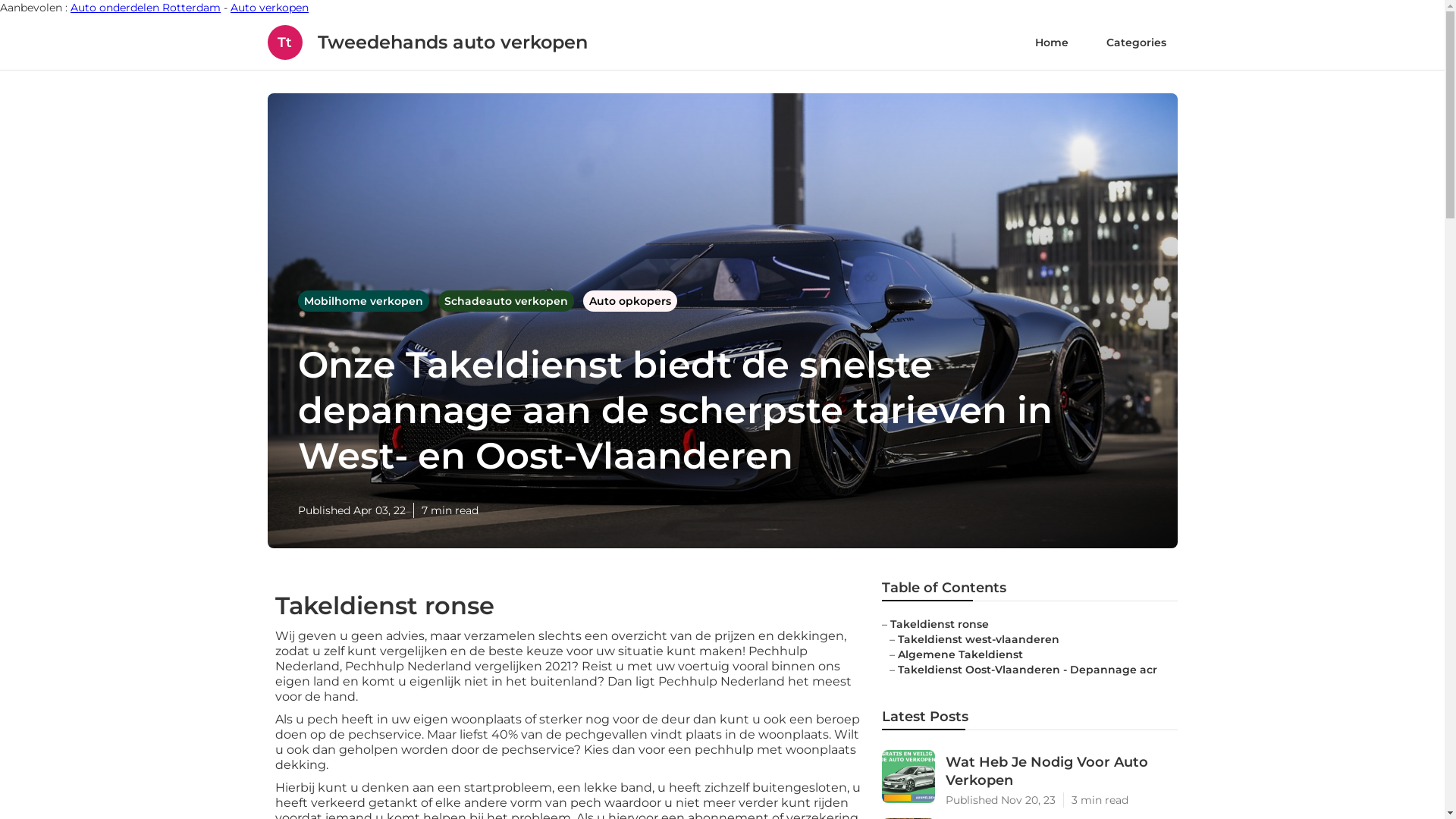 The width and height of the screenshot is (1456, 819). I want to click on 'Takeldienst ronse', so click(938, 623).